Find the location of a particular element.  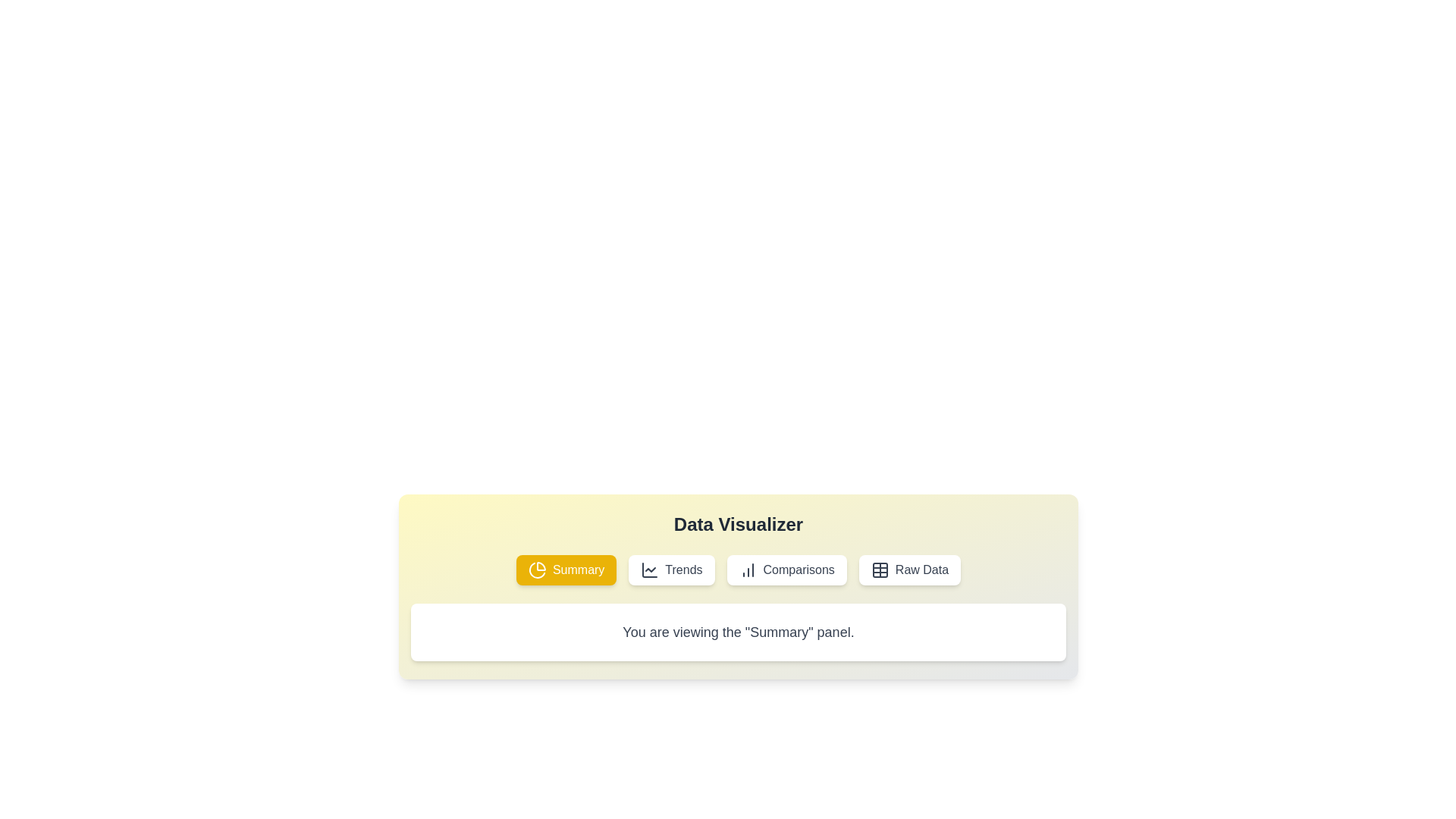

the pie chart icon representing the 'Summary' functionality, located in the top-left corner of the 'Data Visualizer' panel is located at coordinates (537, 570).